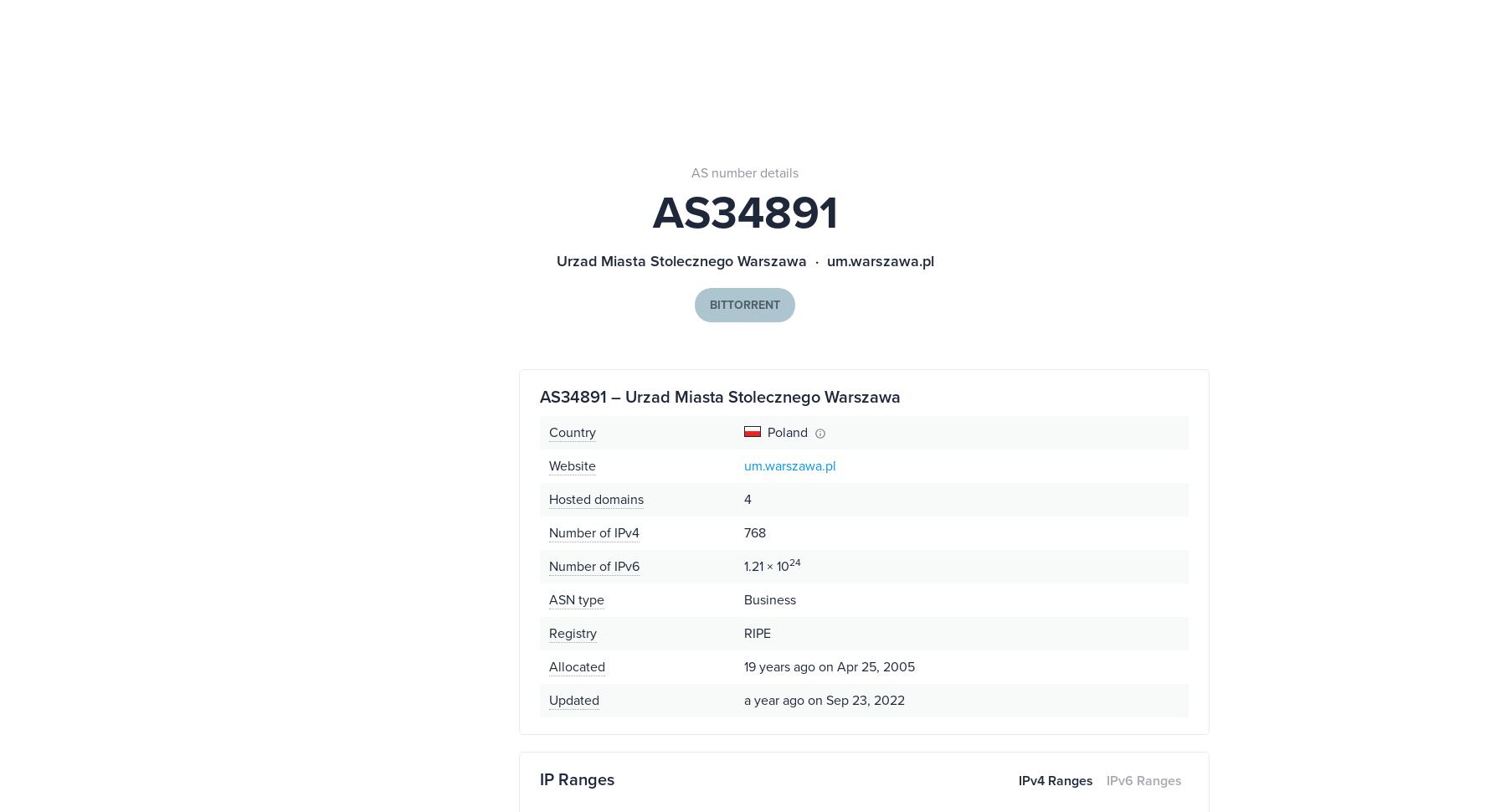 This screenshot has height=812, width=1490. What do you see at coordinates (604, 792) in the screenshot?
I see `'Contact Sales'` at bounding box center [604, 792].